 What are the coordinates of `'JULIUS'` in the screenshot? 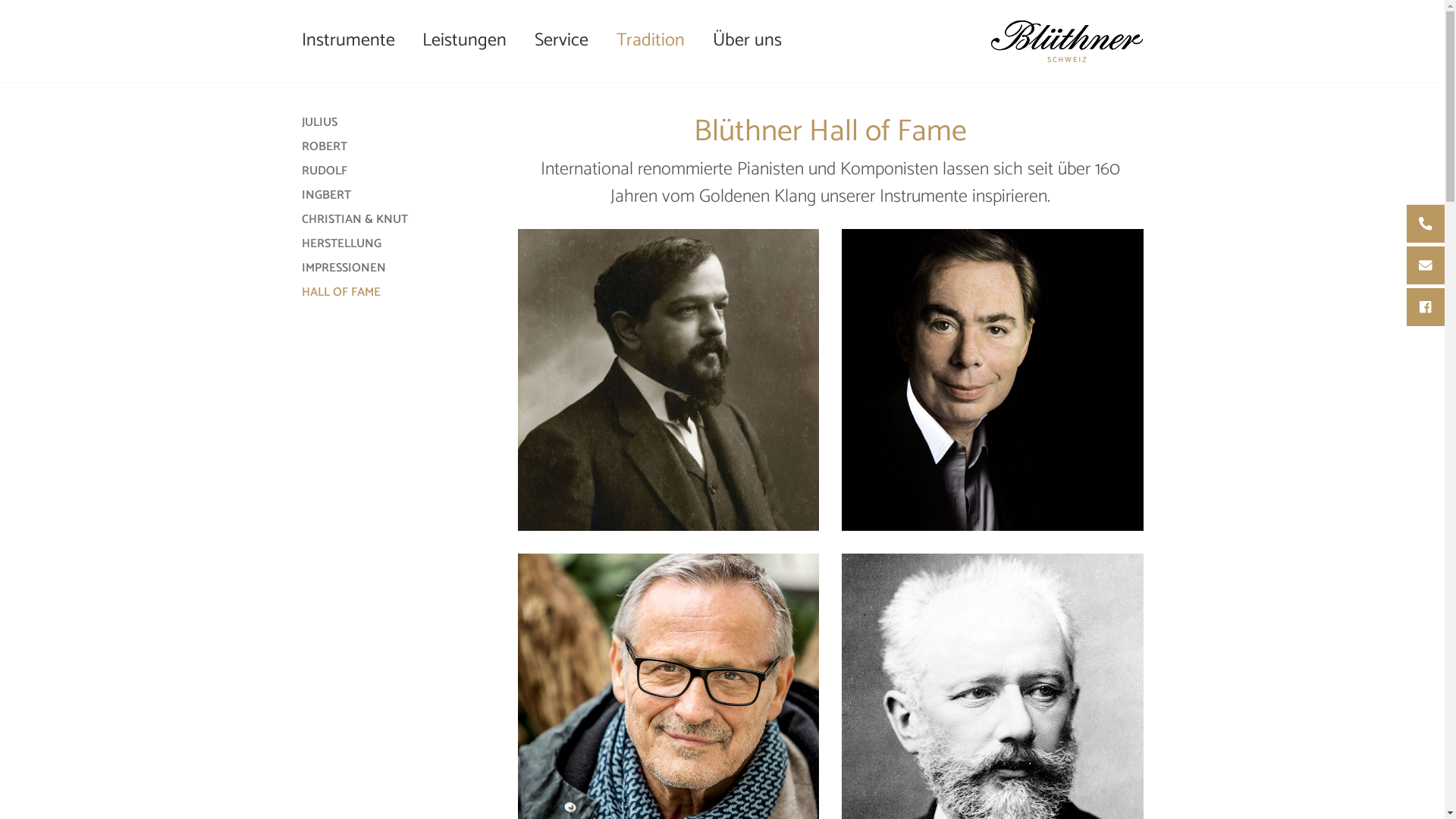 It's located at (318, 121).